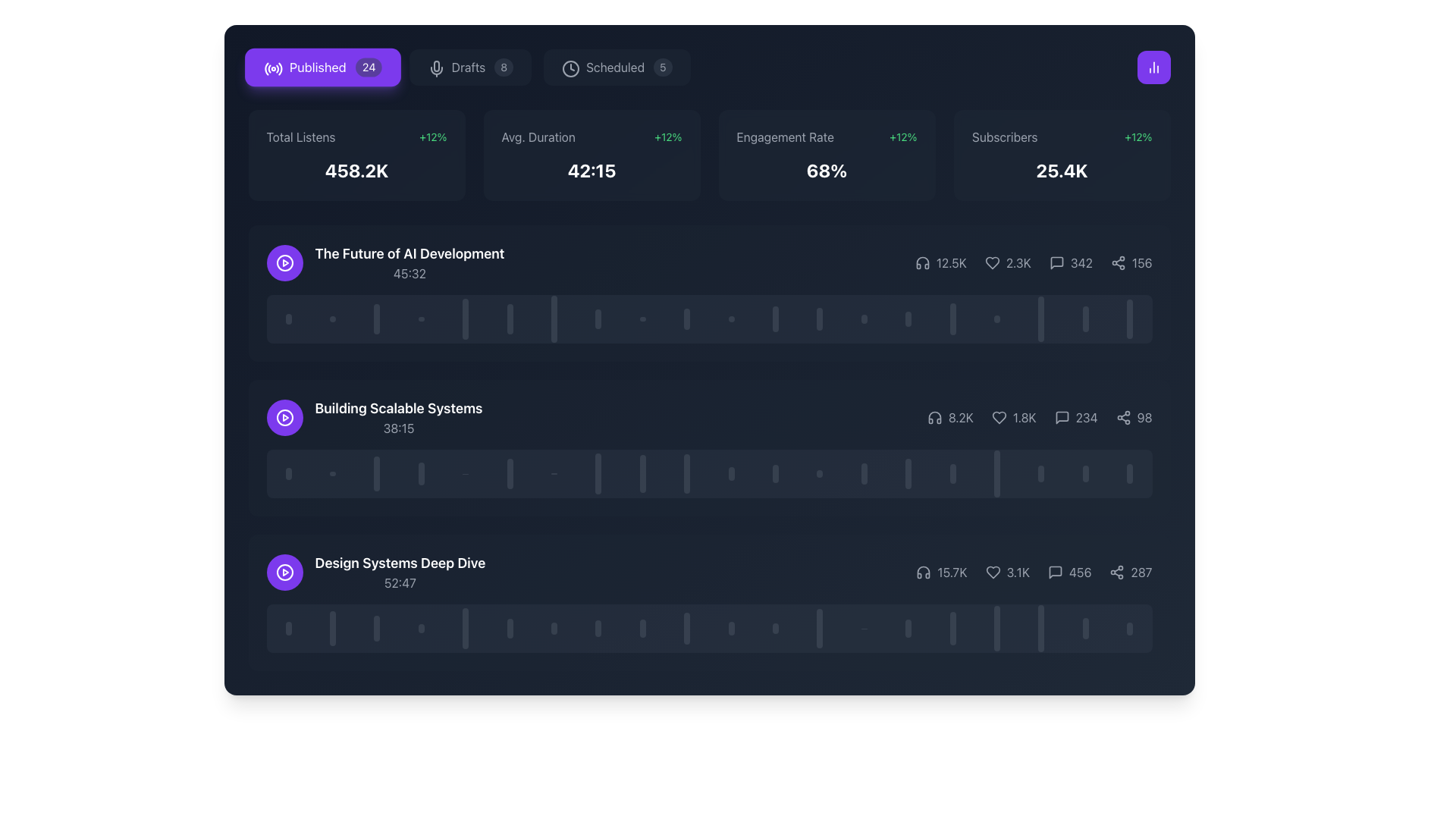 This screenshot has height=819, width=1456. What do you see at coordinates (864, 472) in the screenshot?
I see `the 14th vertical bar in the series of chart bars, which is a rounded rectangle with a dark gray fill and 50% opacity, located in the second row of the interface` at bounding box center [864, 472].